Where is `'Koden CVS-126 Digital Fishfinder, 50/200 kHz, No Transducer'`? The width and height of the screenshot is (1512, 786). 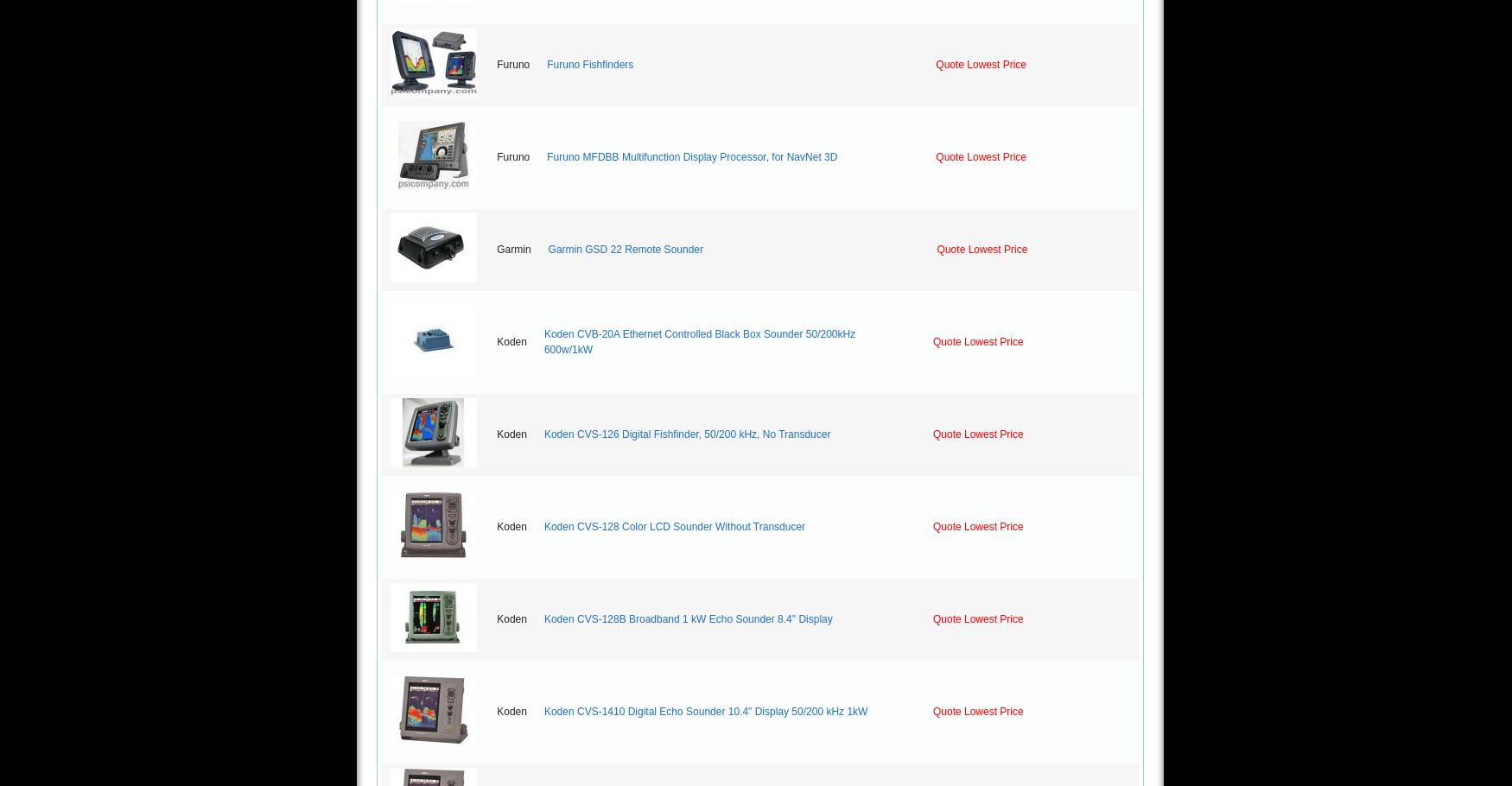
'Koden CVS-126 Digital Fishfinder, 50/200 kHz, No Transducer' is located at coordinates (686, 434).